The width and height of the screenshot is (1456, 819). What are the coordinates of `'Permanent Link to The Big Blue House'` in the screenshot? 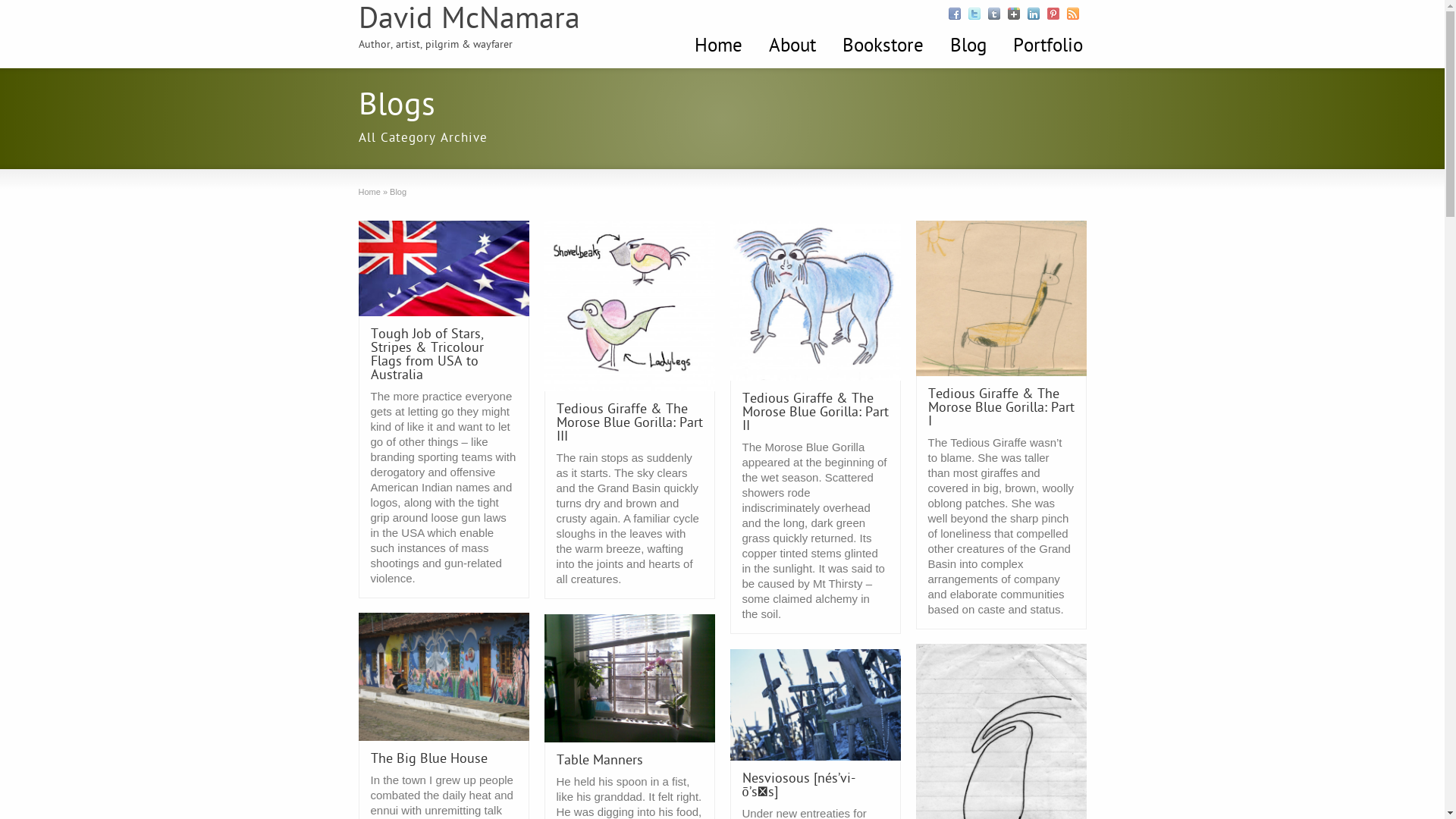 It's located at (442, 676).